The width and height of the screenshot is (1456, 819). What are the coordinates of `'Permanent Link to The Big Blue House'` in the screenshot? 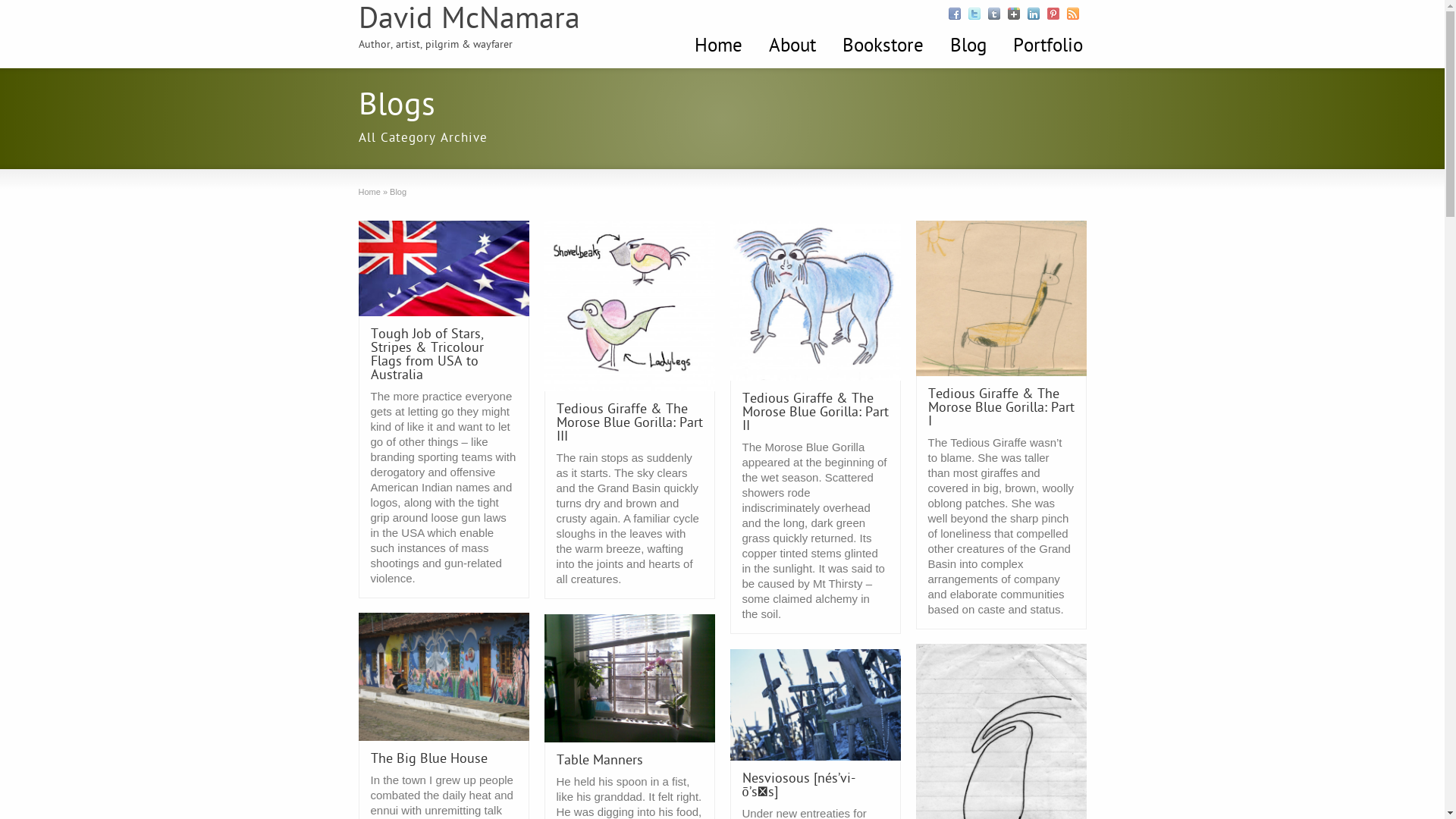 It's located at (442, 676).